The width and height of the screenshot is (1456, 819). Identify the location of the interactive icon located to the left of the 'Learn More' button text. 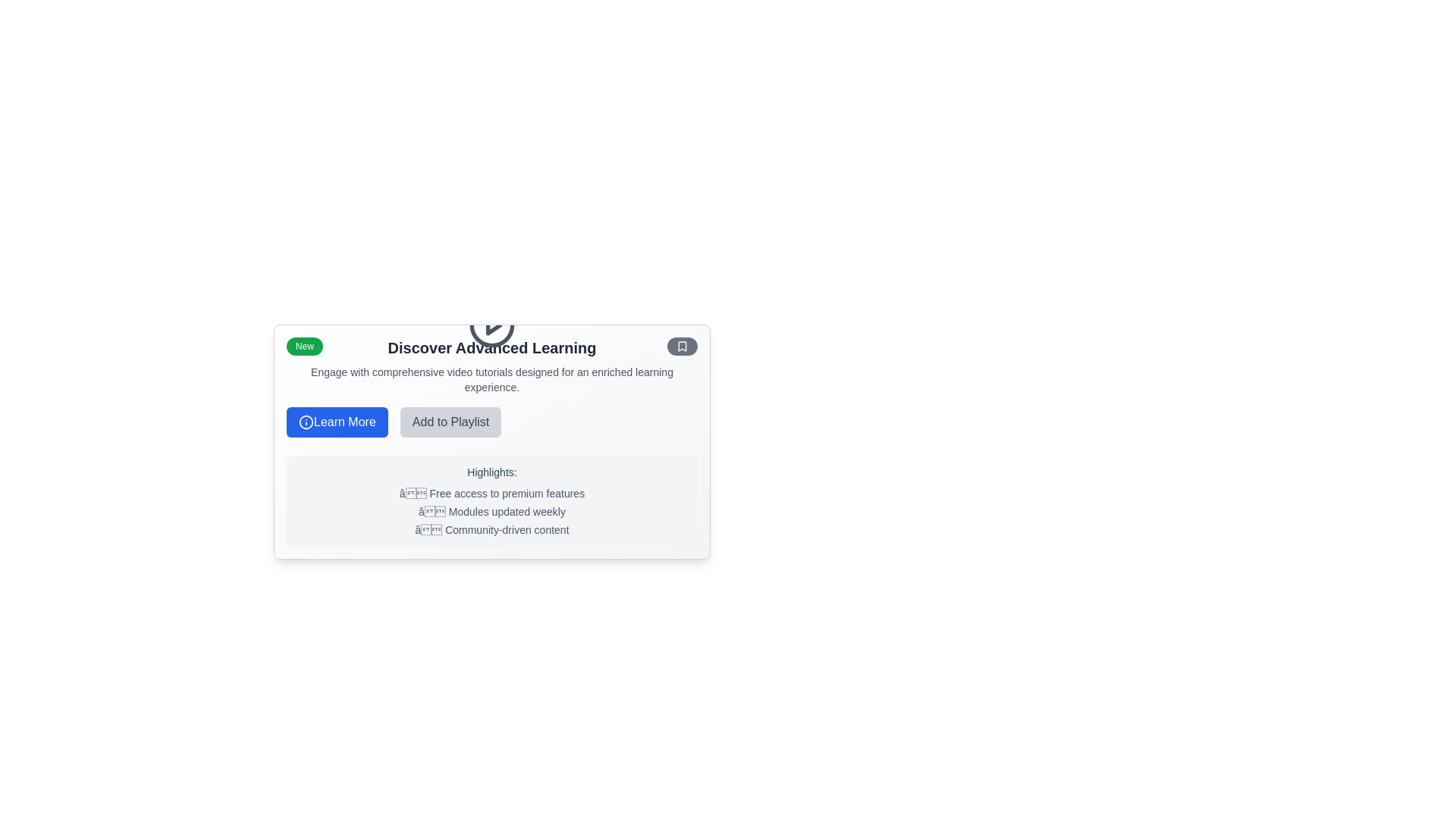
(305, 422).